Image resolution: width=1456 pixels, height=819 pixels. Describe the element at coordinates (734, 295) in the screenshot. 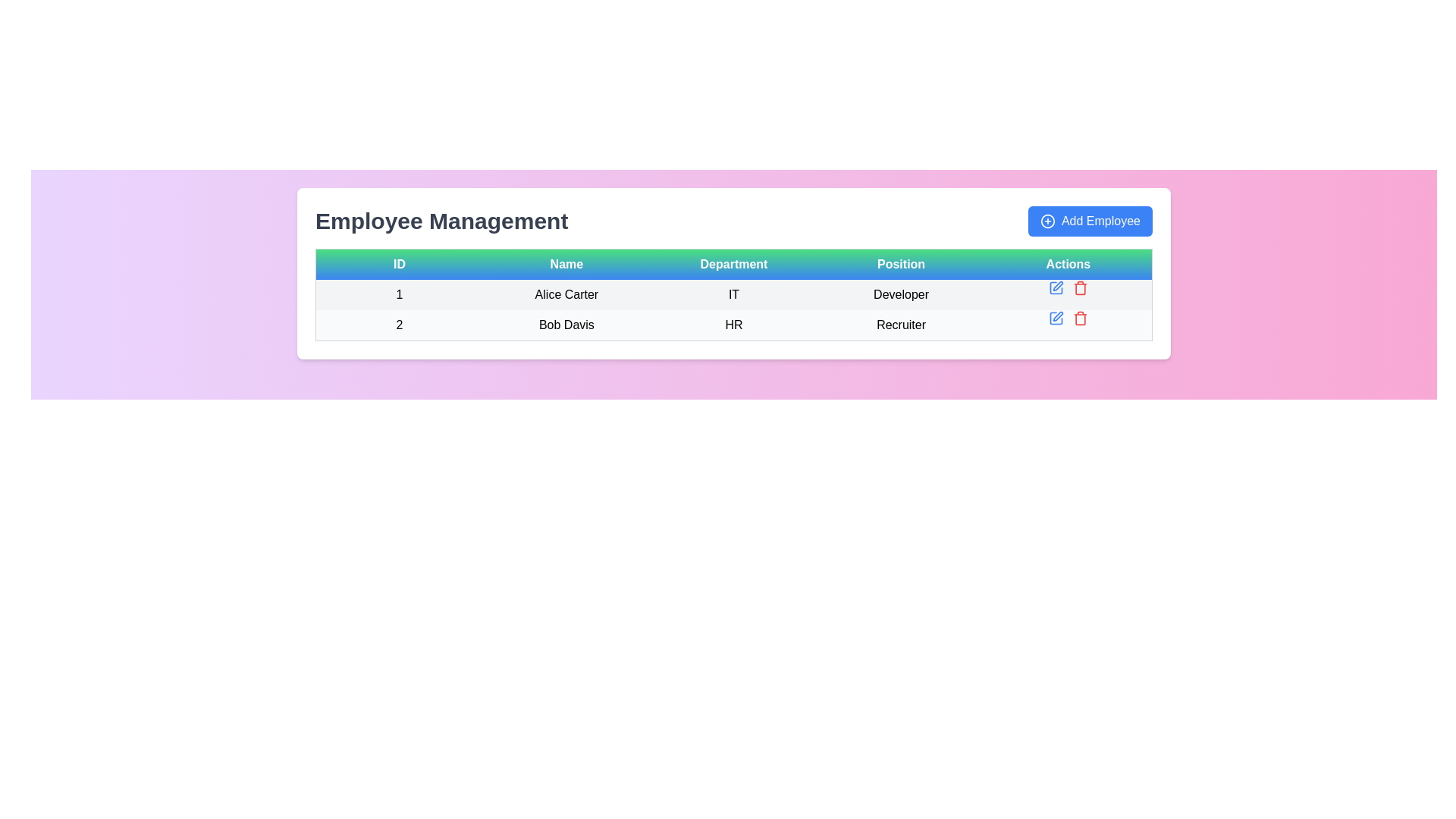

I see `the first row of the Employee Management table containing the ID '1', name 'Alice Carter', department 'IT', and position 'Developer' to interact with it` at that location.